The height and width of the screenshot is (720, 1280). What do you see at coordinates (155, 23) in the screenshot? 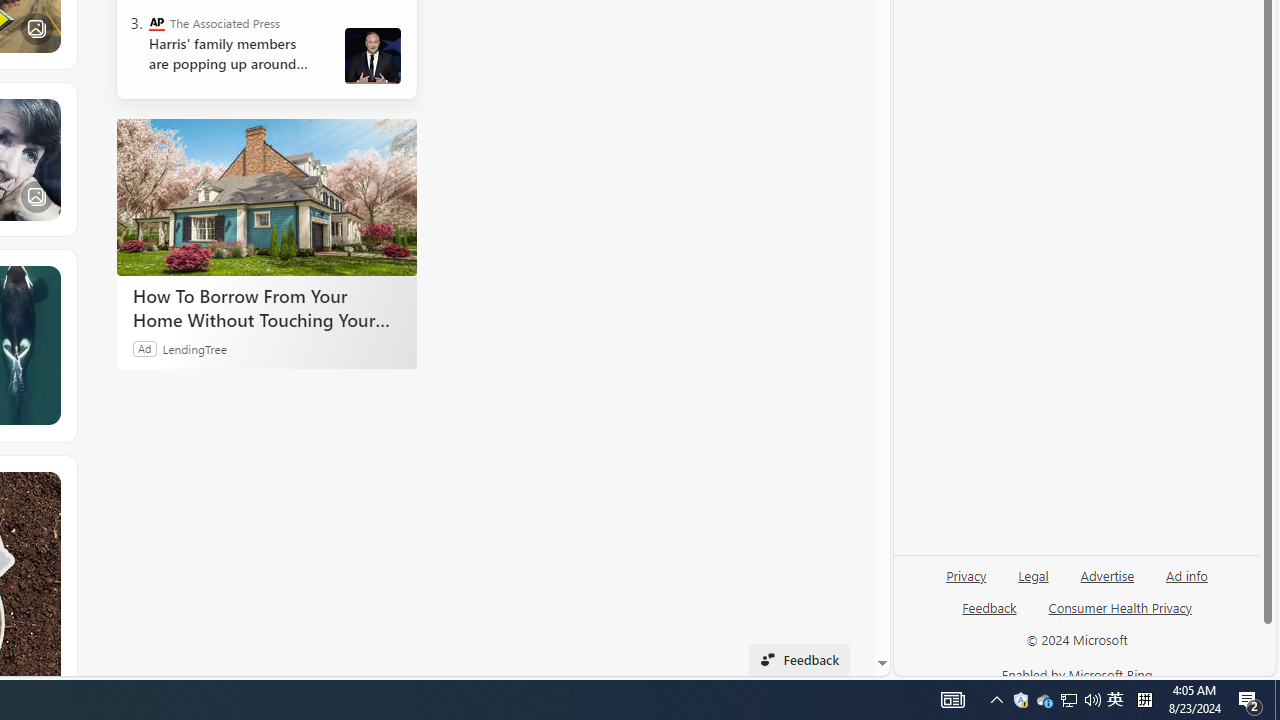
I see `'The Associated Press'` at bounding box center [155, 23].